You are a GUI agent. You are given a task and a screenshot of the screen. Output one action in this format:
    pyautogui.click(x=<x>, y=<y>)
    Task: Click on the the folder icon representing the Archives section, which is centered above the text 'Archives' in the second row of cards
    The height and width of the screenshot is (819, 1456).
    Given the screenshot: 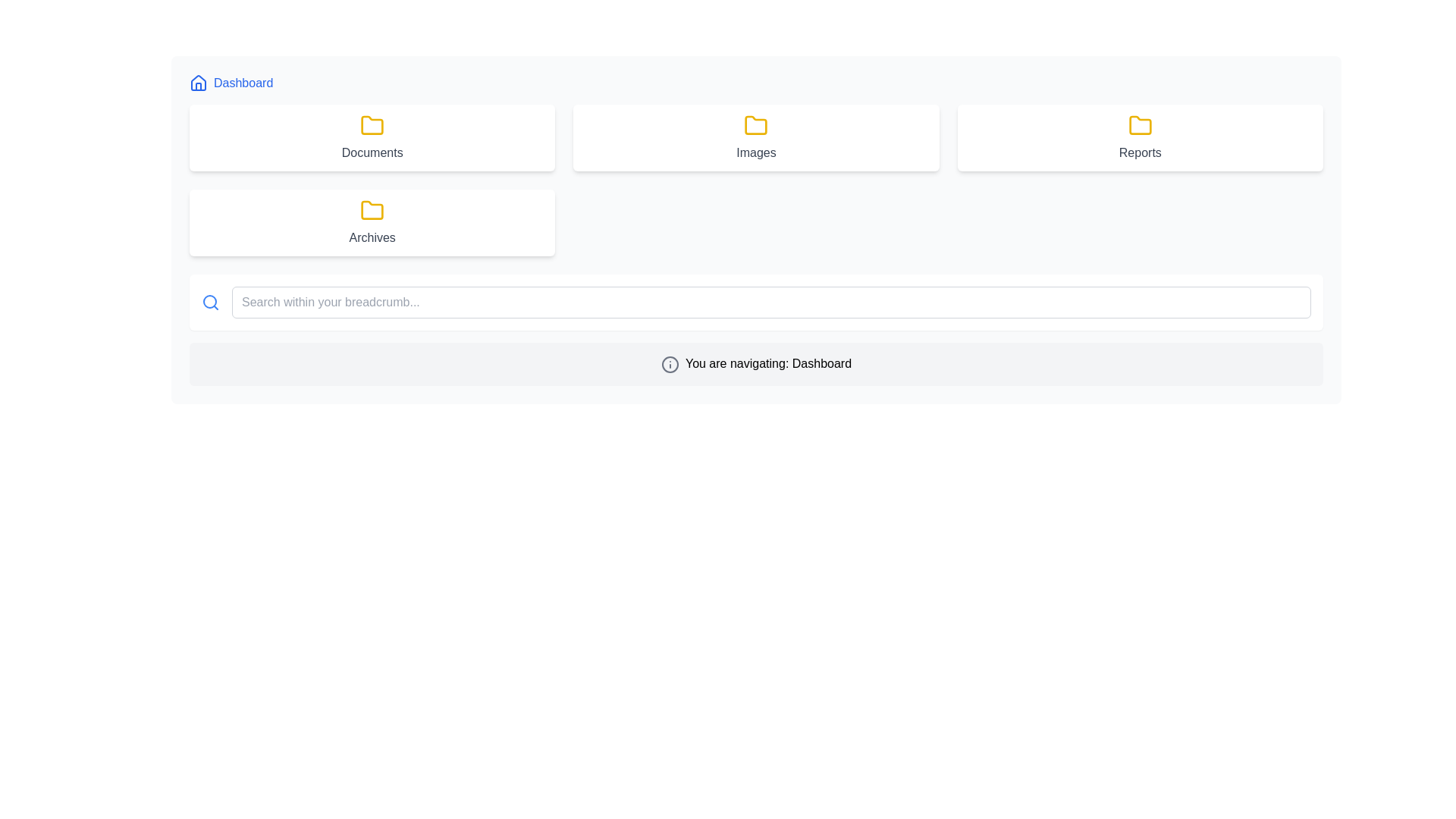 What is the action you would take?
    pyautogui.click(x=372, y=210)
    